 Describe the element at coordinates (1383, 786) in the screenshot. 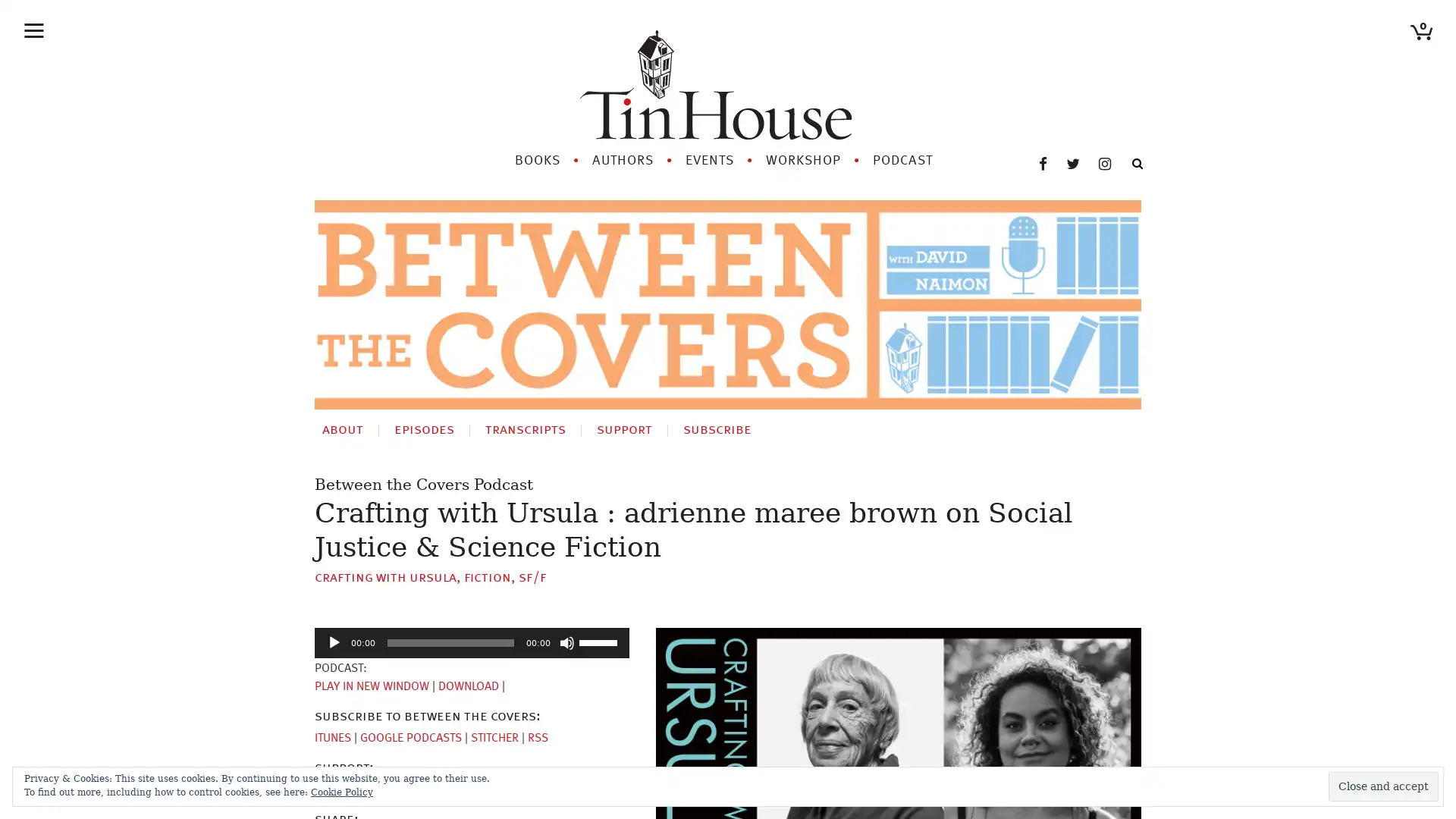

I see `Close and accept` at that location.